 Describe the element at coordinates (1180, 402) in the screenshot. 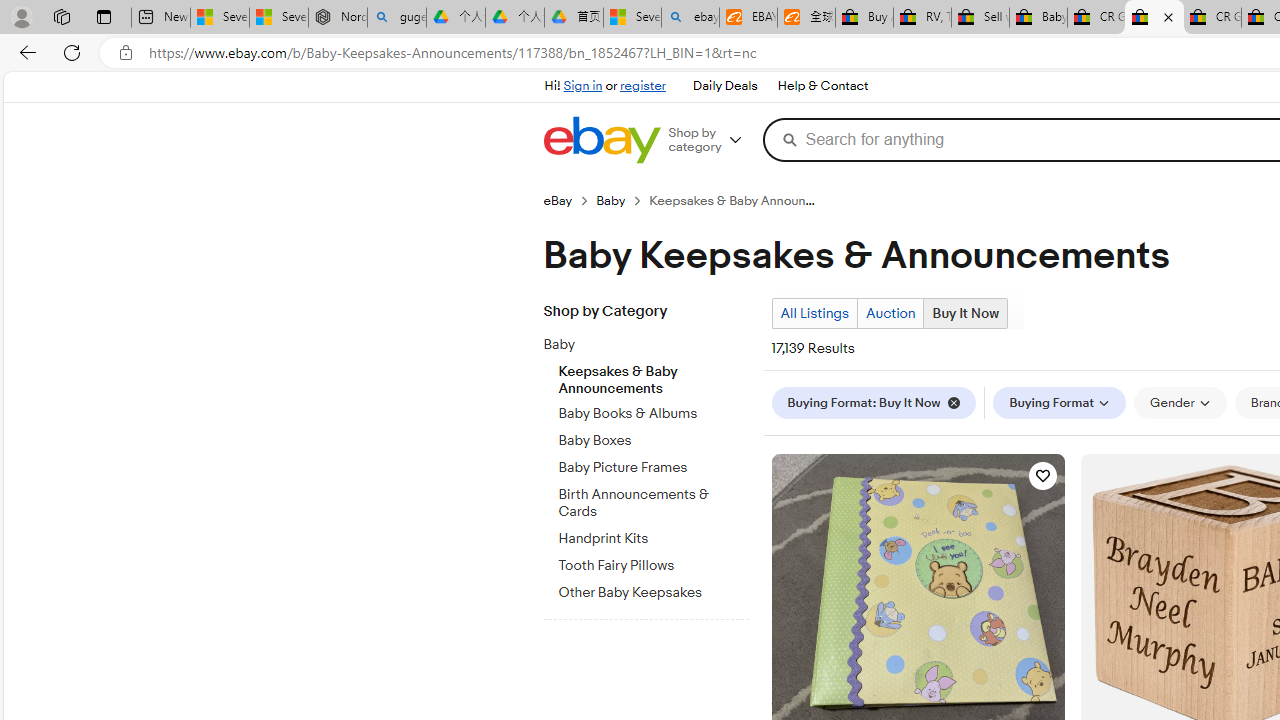

I see `'Gender'` at that location.